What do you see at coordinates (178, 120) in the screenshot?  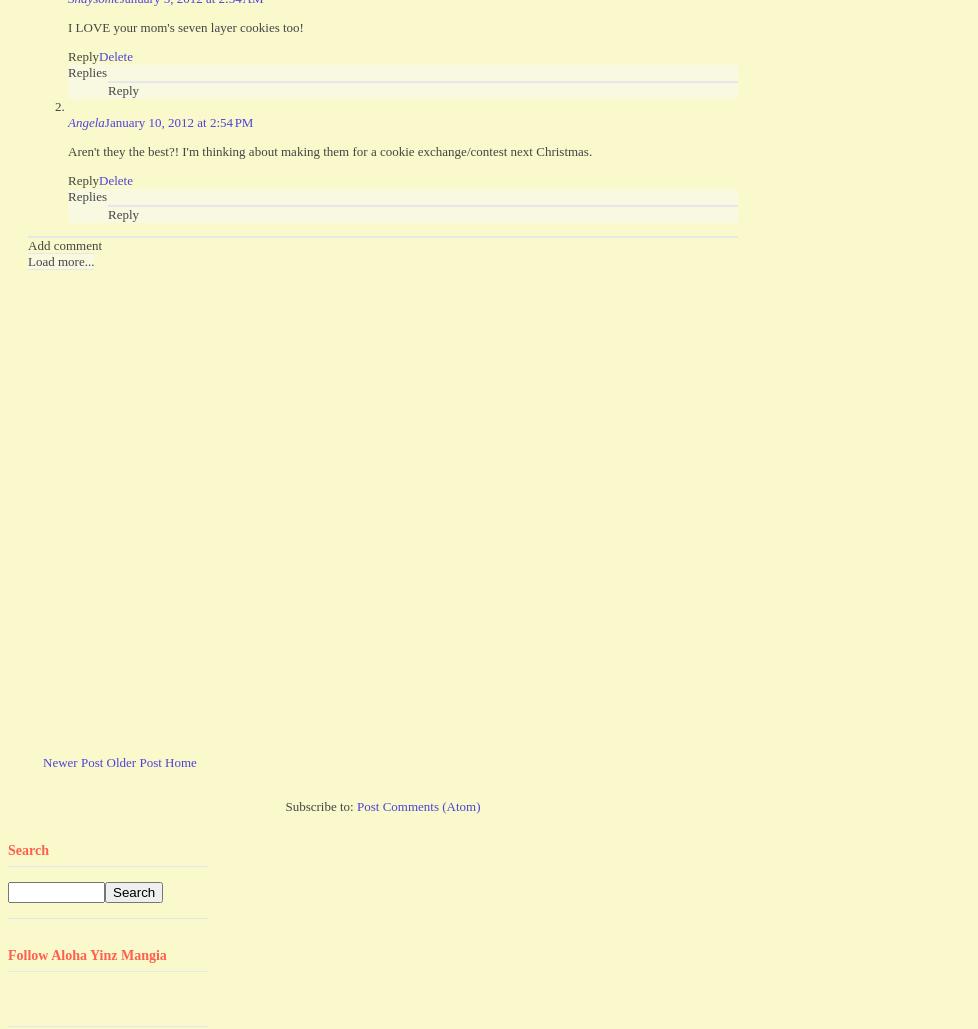 I see `'January 10, 2012 at 2:54 PM'` at bounding box center [178, 120].